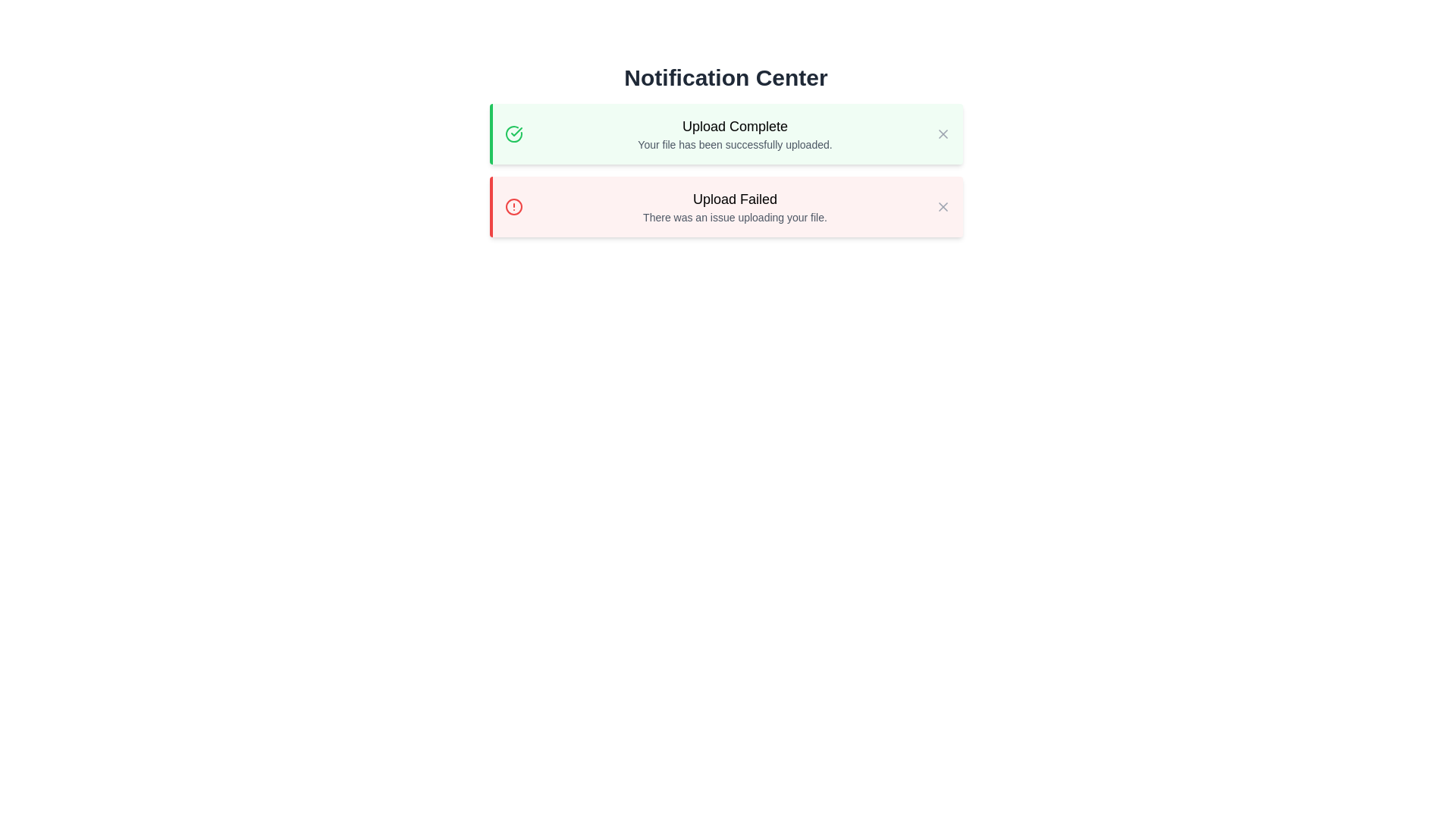  What do you see at coordinates (735, 145) in the screenshot?
I see `the text label that informs the user of the successful upload of their file, located within the notification titled 'Upload Complete', positioned below the bold heading` at bounding box center [735, 145].